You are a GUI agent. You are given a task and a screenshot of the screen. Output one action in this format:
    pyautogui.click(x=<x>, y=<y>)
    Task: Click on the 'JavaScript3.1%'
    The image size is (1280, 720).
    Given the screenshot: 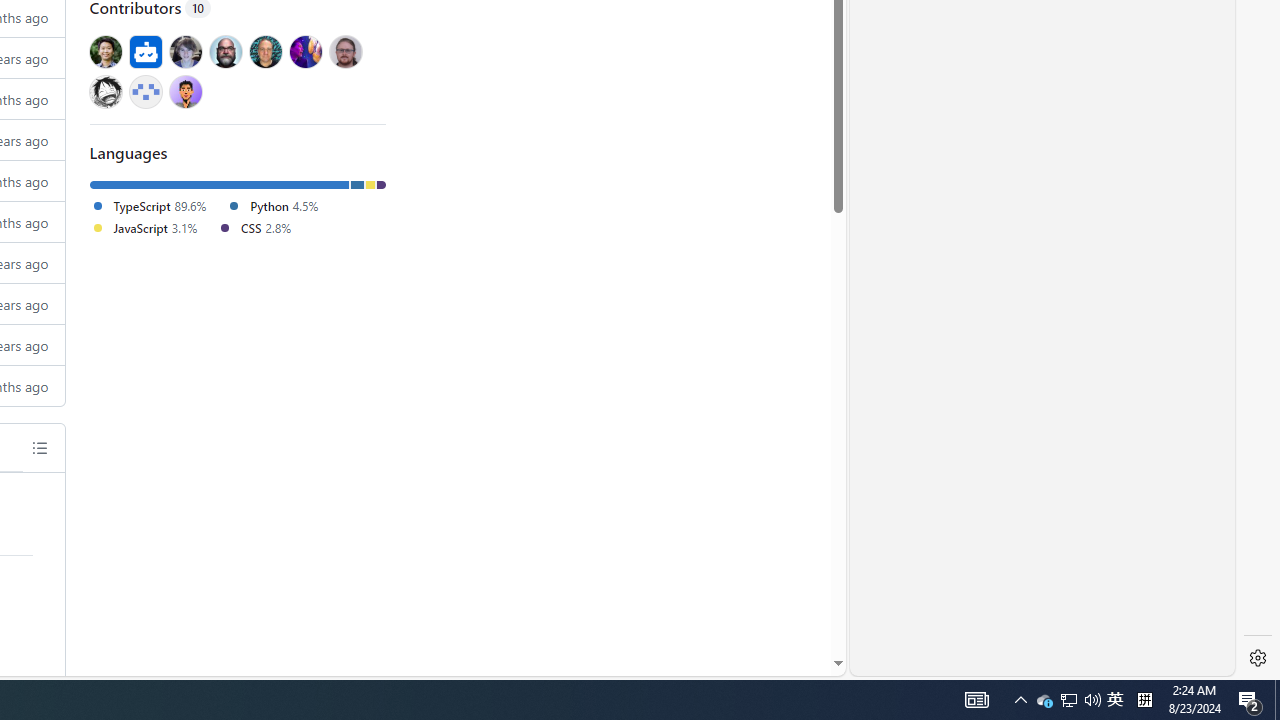 What is the action you would take?
    pyautogui.click(x=152, y=227)
    